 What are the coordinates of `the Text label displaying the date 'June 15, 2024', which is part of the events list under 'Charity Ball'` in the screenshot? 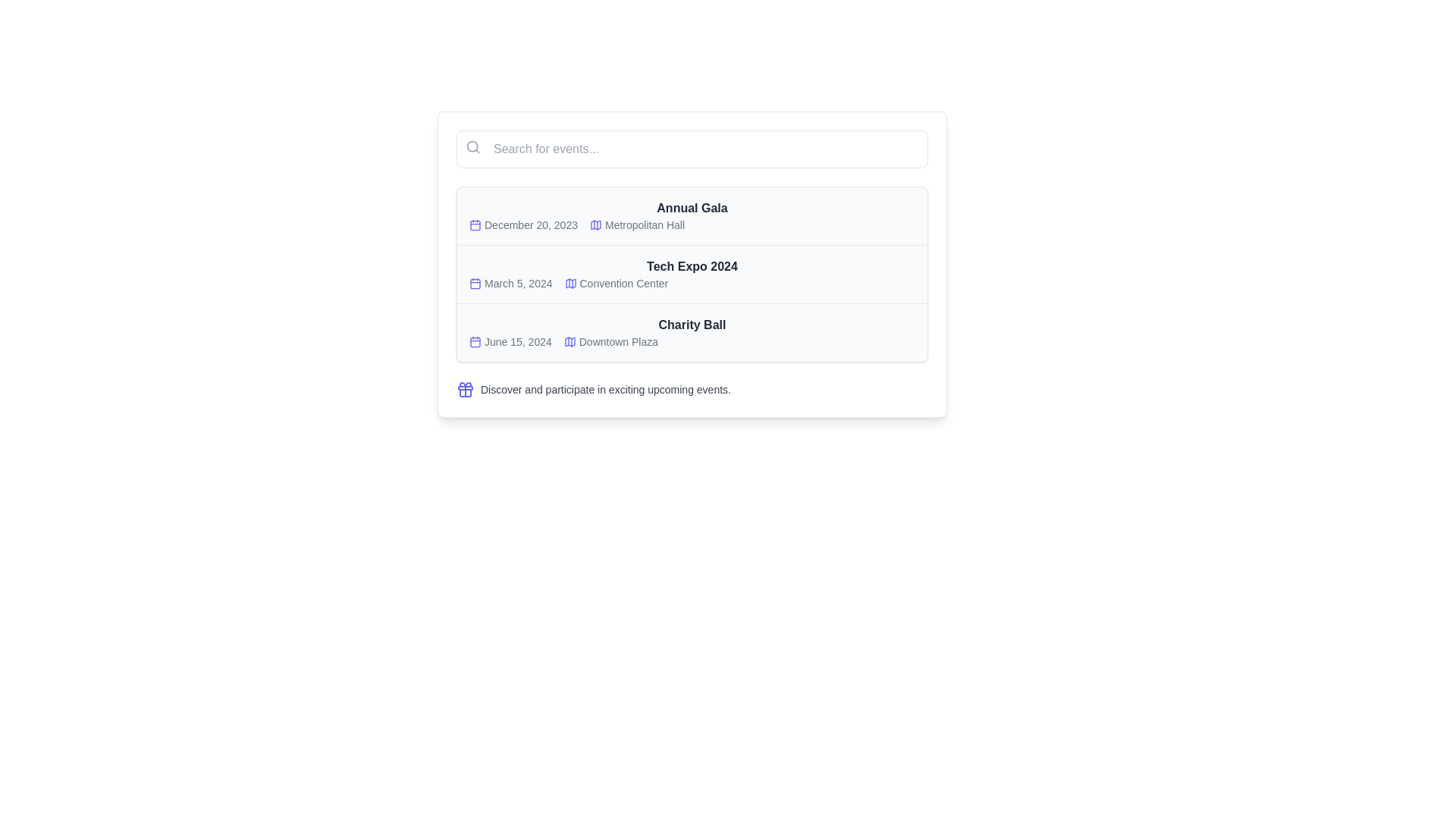 It's located at (518, 342).